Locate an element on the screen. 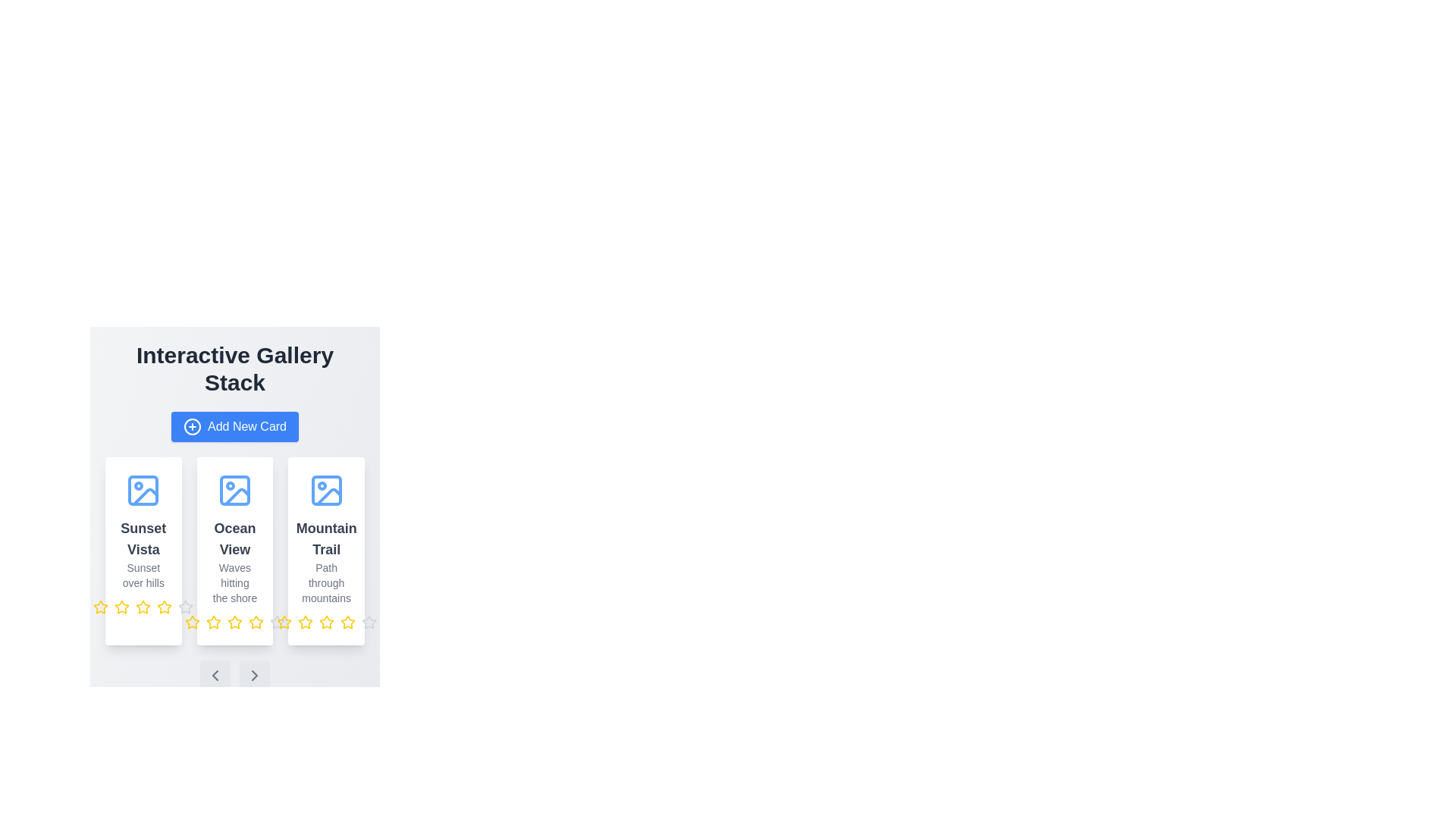 Image resolution: width=1456 pixels, height=819 pixels. the second button in the horizontally arranged button group below the gallery is located at coordinates (255, 675).